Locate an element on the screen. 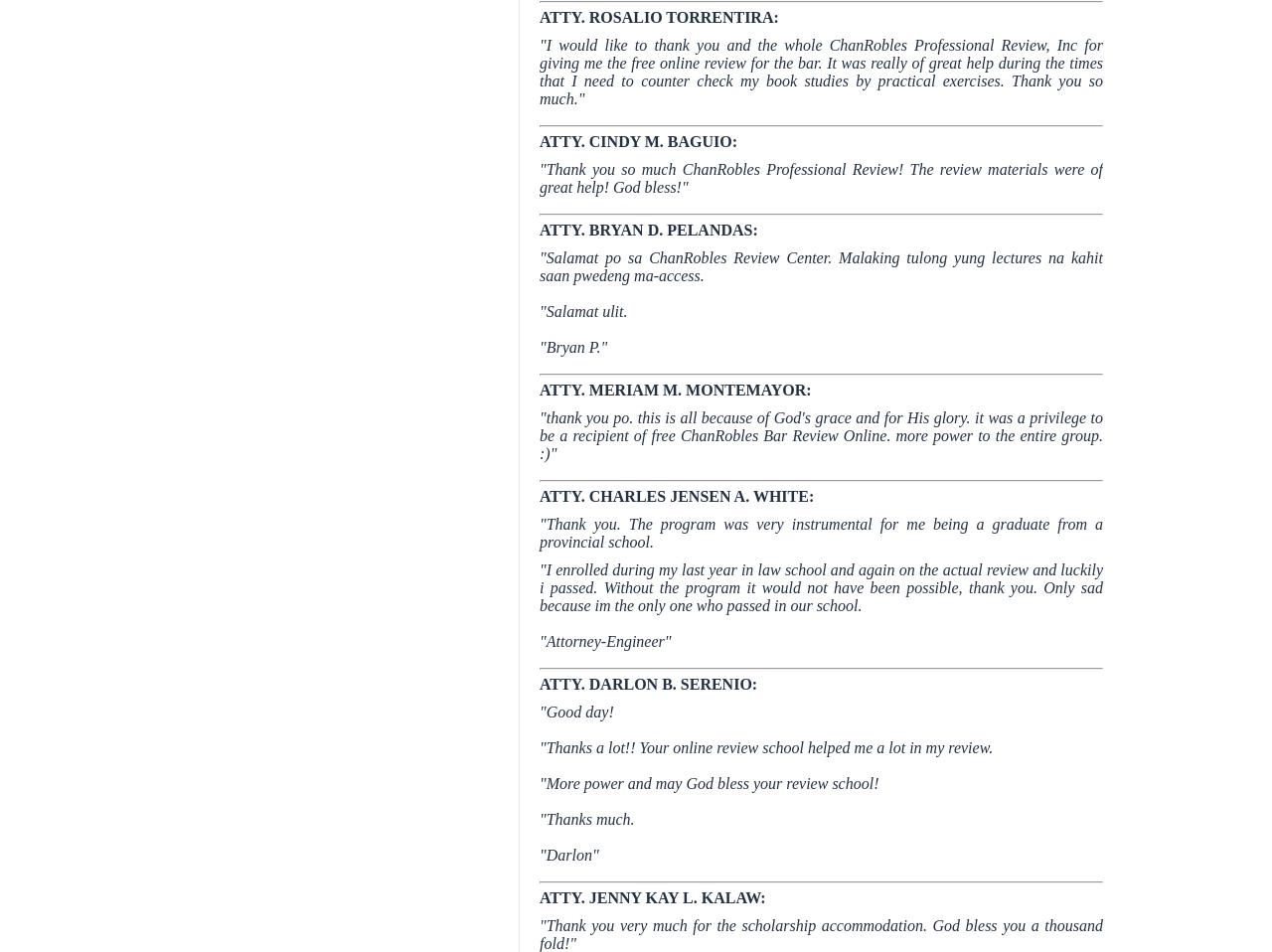 This screenshot has height=952, width=1272. '"More power and may God bless your review school!' is located at coordinates (709, 783).